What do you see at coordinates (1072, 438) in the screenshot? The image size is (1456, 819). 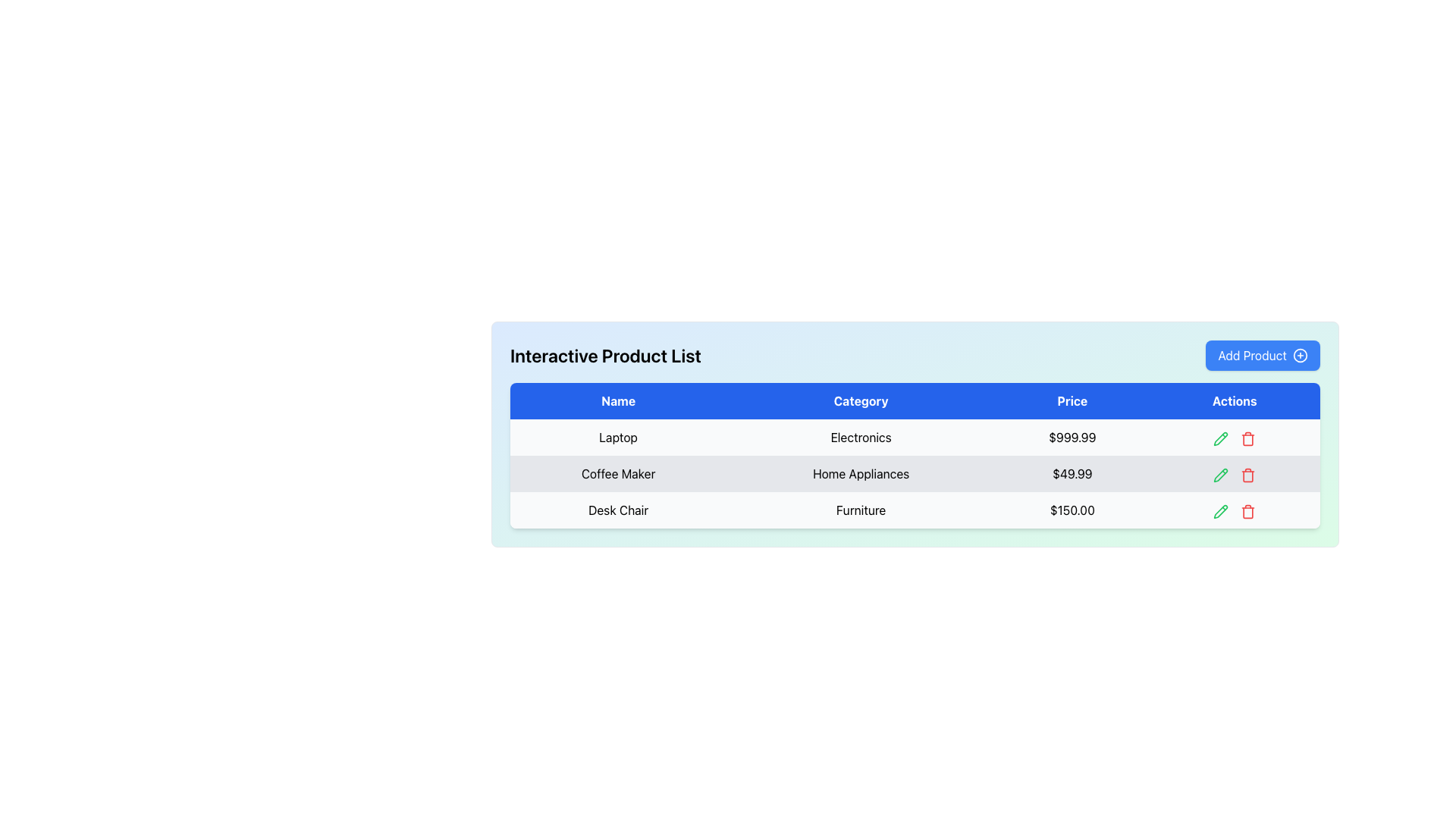 I see `the text component displaying the value '$999.99' in the 'Price' column of the table for 'Laptop' and 'Electronics'` at bounding box center [1072, 438].